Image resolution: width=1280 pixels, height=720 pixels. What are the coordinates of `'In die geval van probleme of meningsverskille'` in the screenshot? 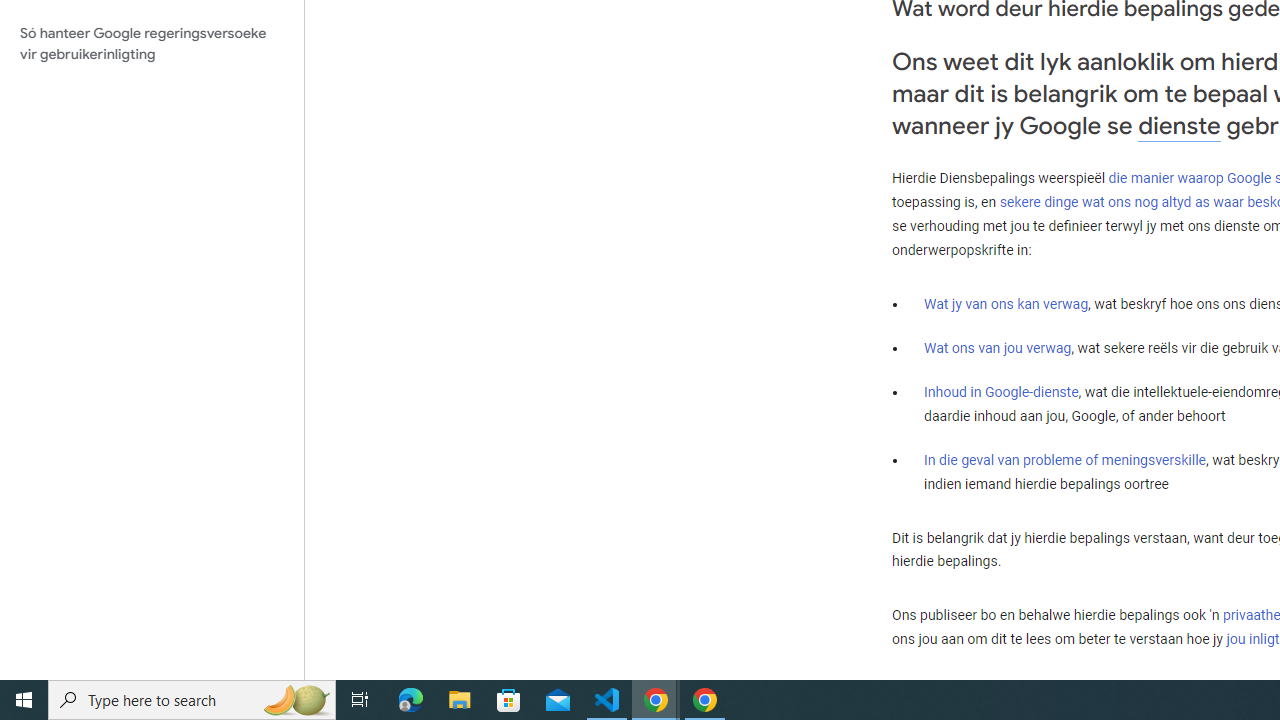 It's located at (1063, 459).